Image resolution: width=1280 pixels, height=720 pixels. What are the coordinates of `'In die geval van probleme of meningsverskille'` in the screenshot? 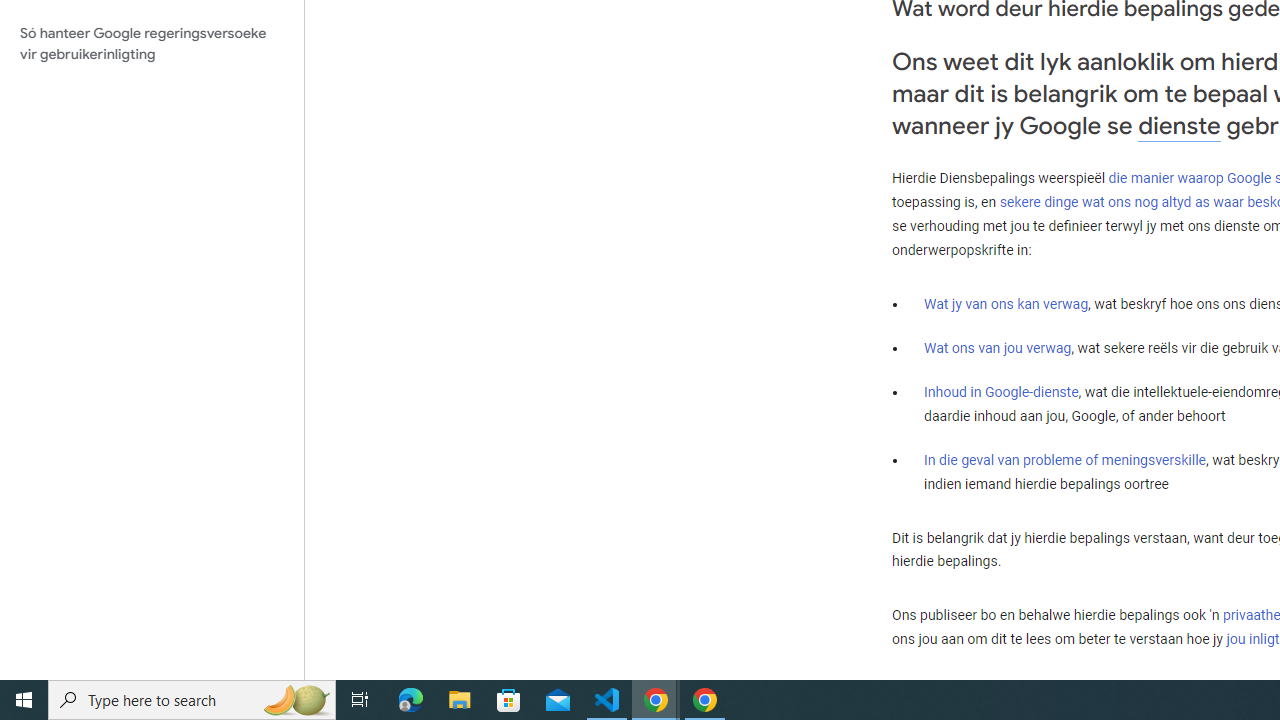 It's located at (1063, 459).